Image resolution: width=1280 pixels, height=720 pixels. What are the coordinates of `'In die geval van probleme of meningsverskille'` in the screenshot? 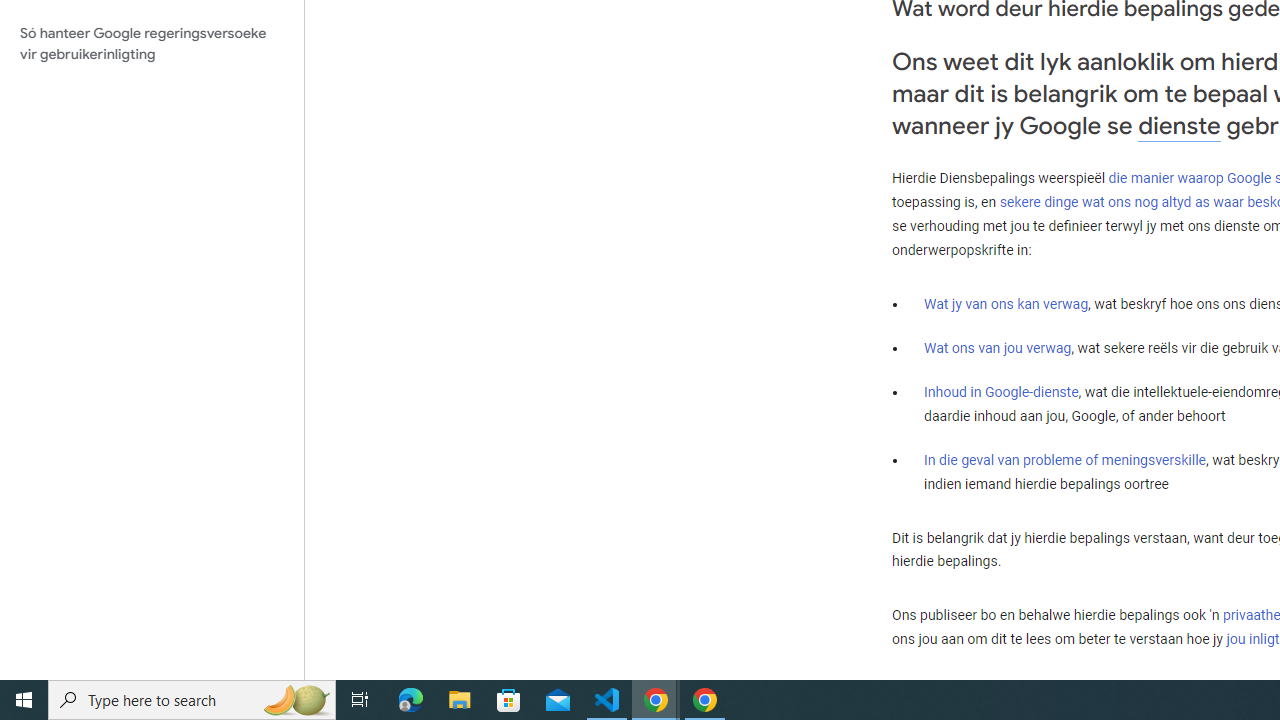 It's located at (1063, 459).